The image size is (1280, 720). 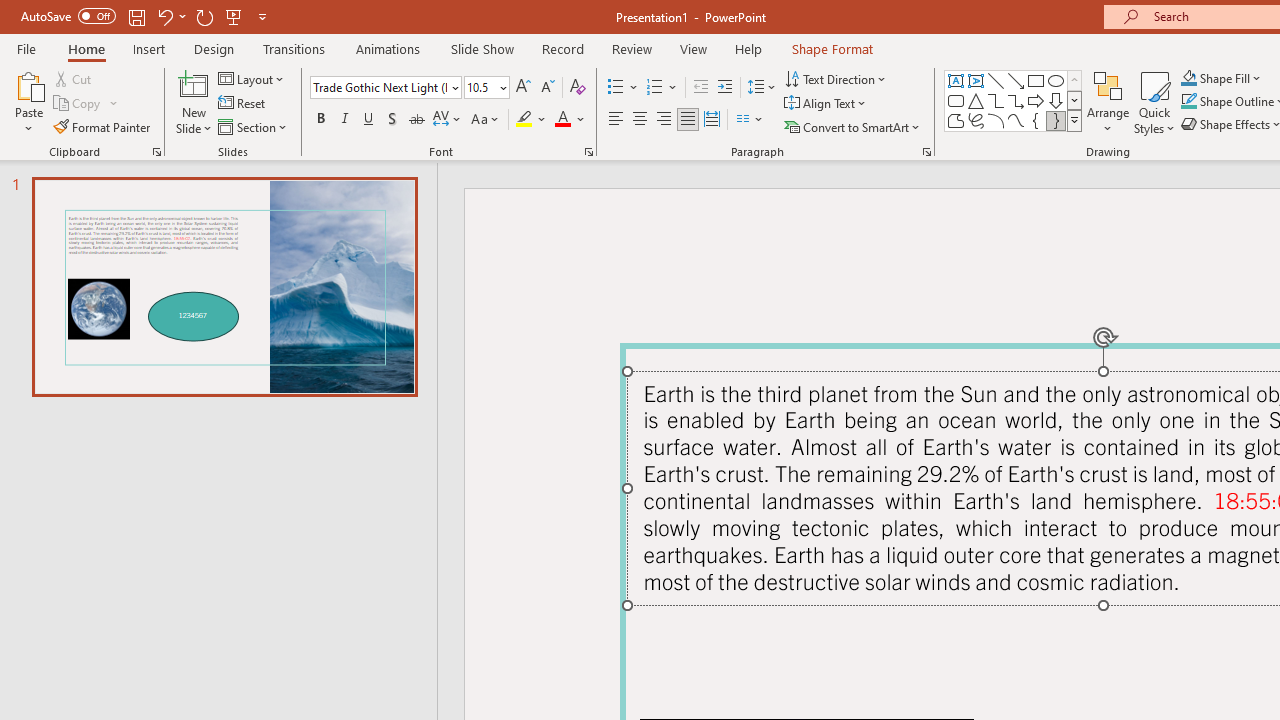 I want to click on 'Shape Fill', so click(x=1220, y=77).